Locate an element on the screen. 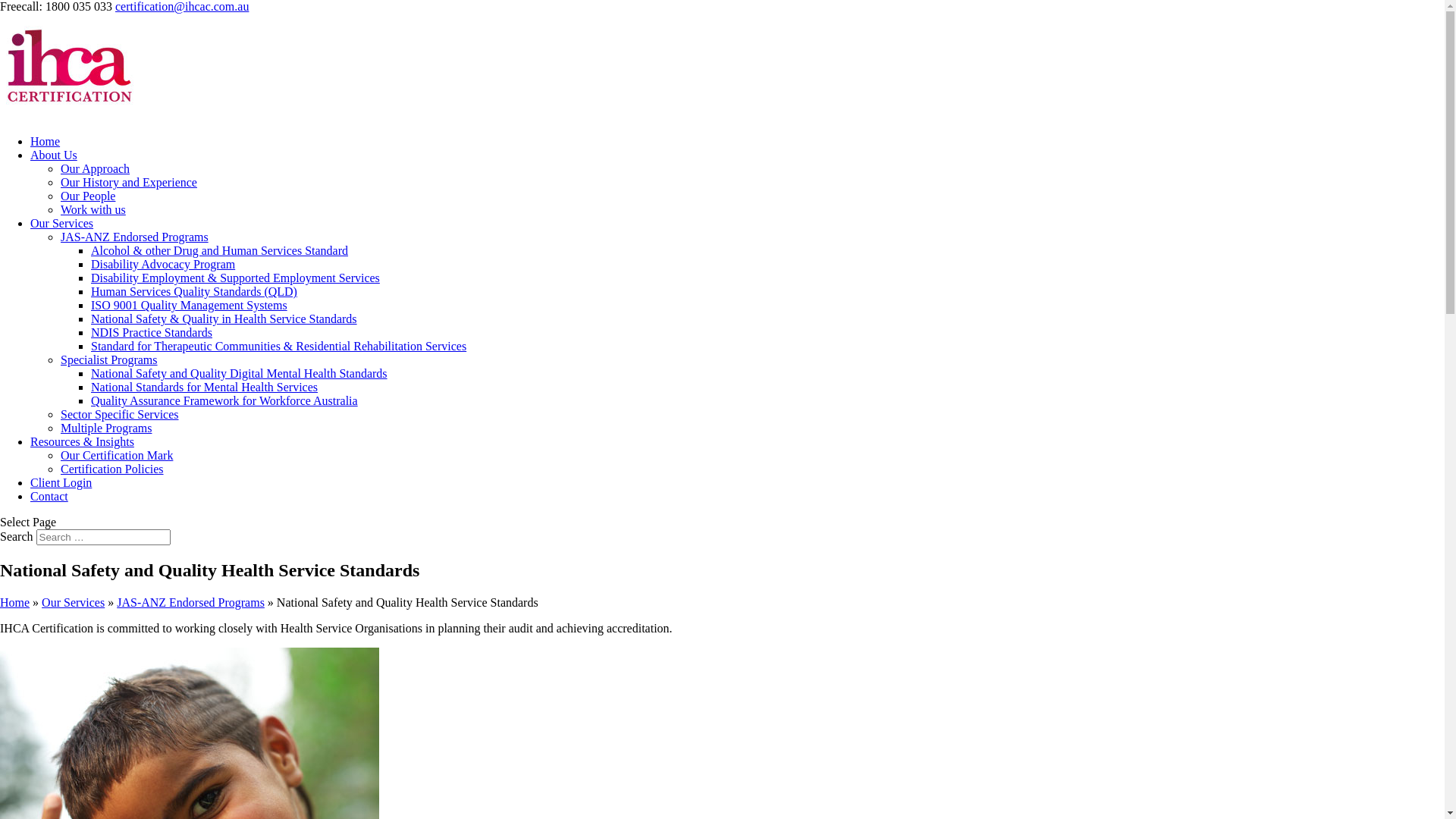 This screenshot has height=819, width=1456. 'Our History and Experience' is located at coordinates (128, 181).